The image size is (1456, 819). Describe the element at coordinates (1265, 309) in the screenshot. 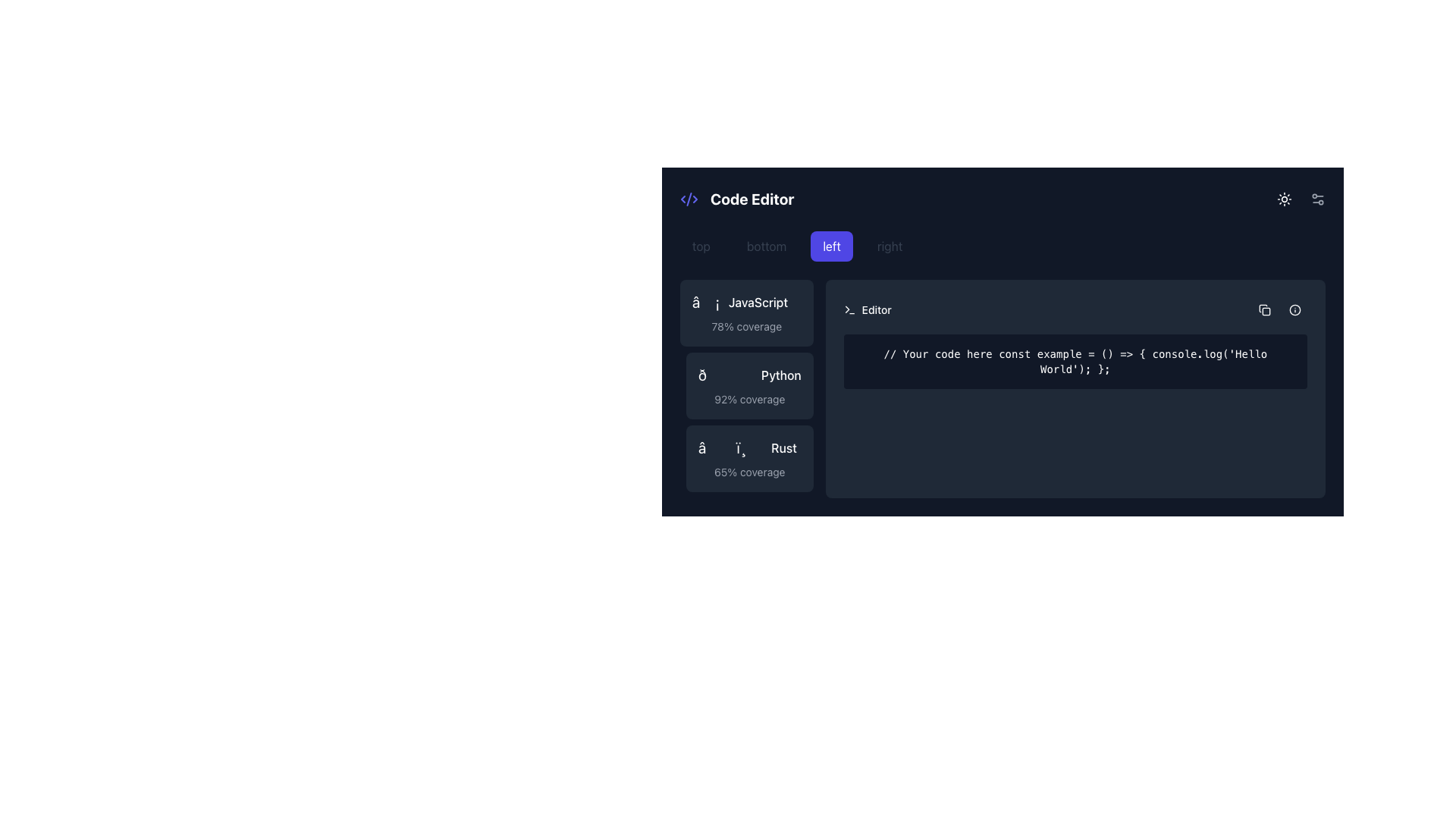

I see `the document copy icon located in the top-right corner of the editor pane` at that location.